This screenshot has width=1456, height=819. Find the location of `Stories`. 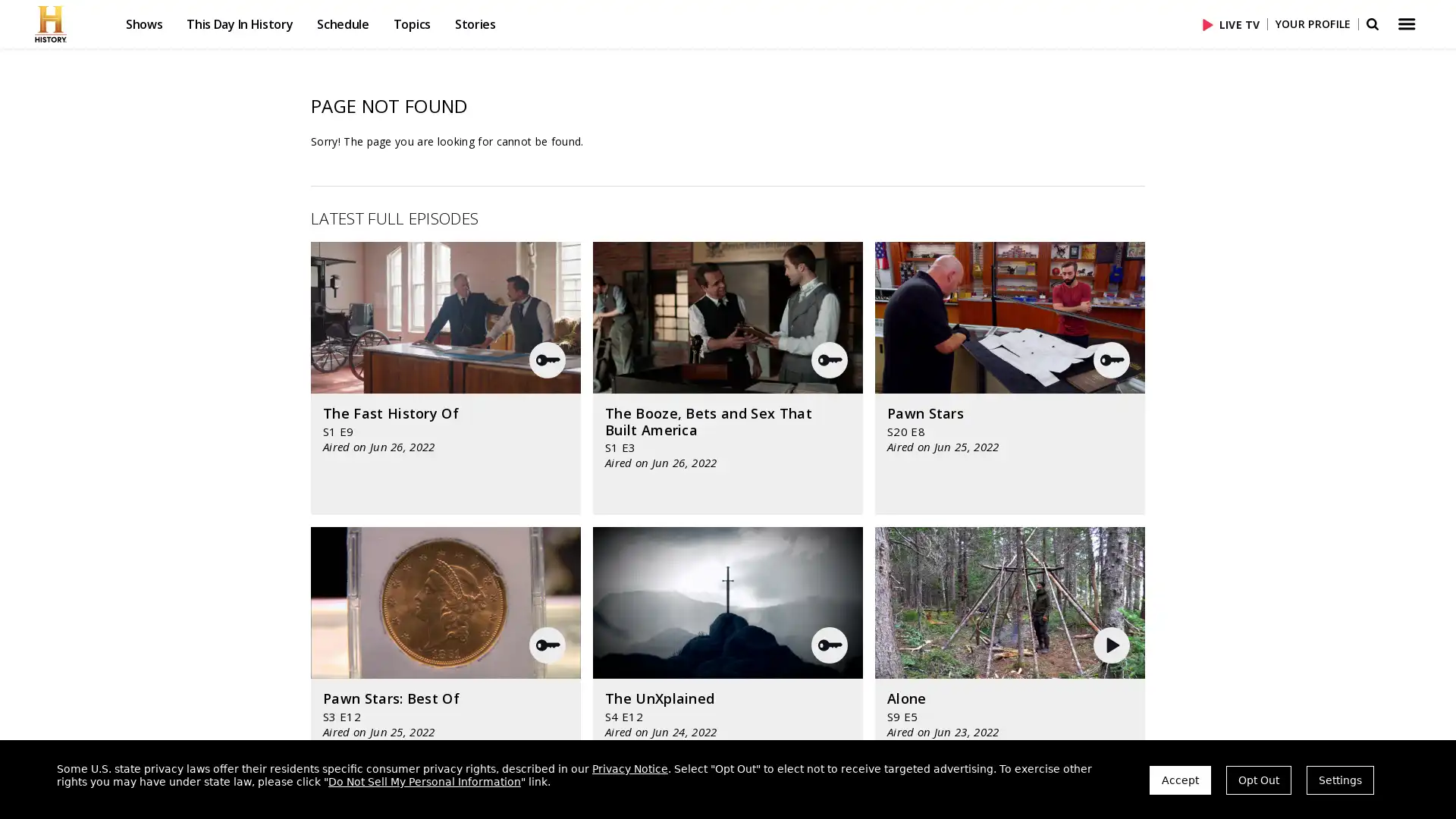

Stories is located at coordinates (473, 24).